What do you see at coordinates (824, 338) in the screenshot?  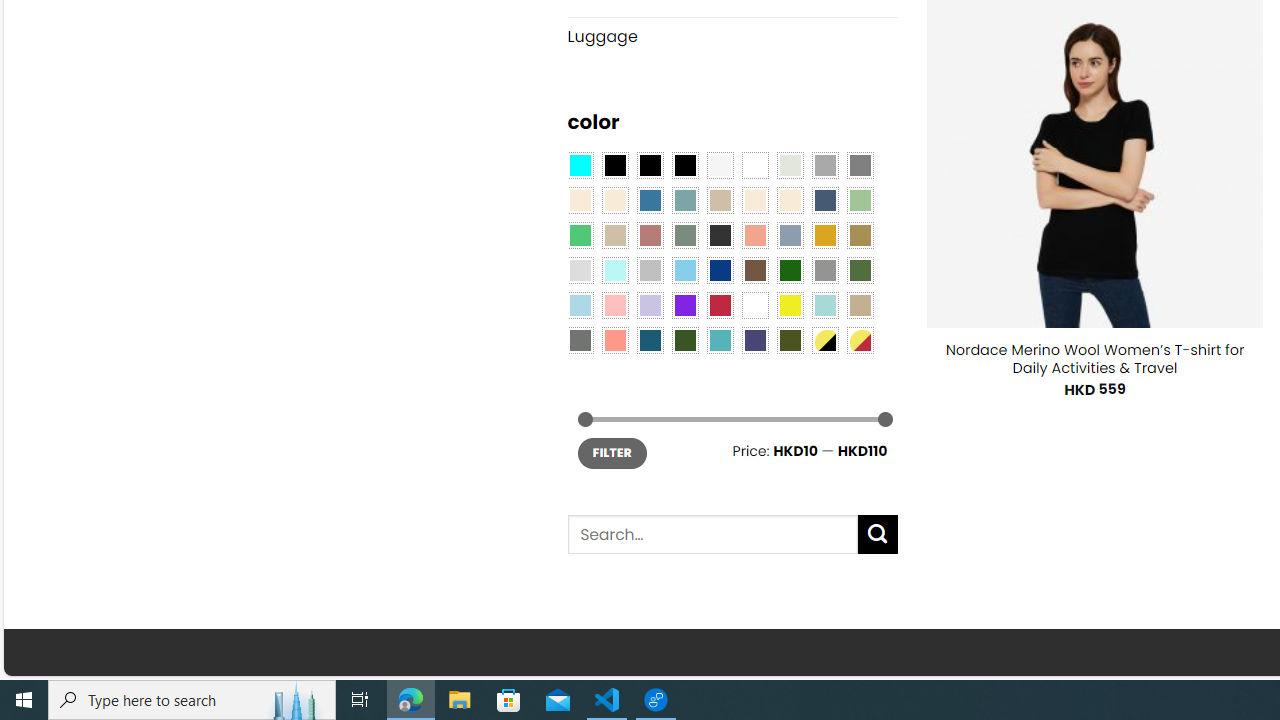 I see `'Yellow-Black'` at bounding box center [824, 338].